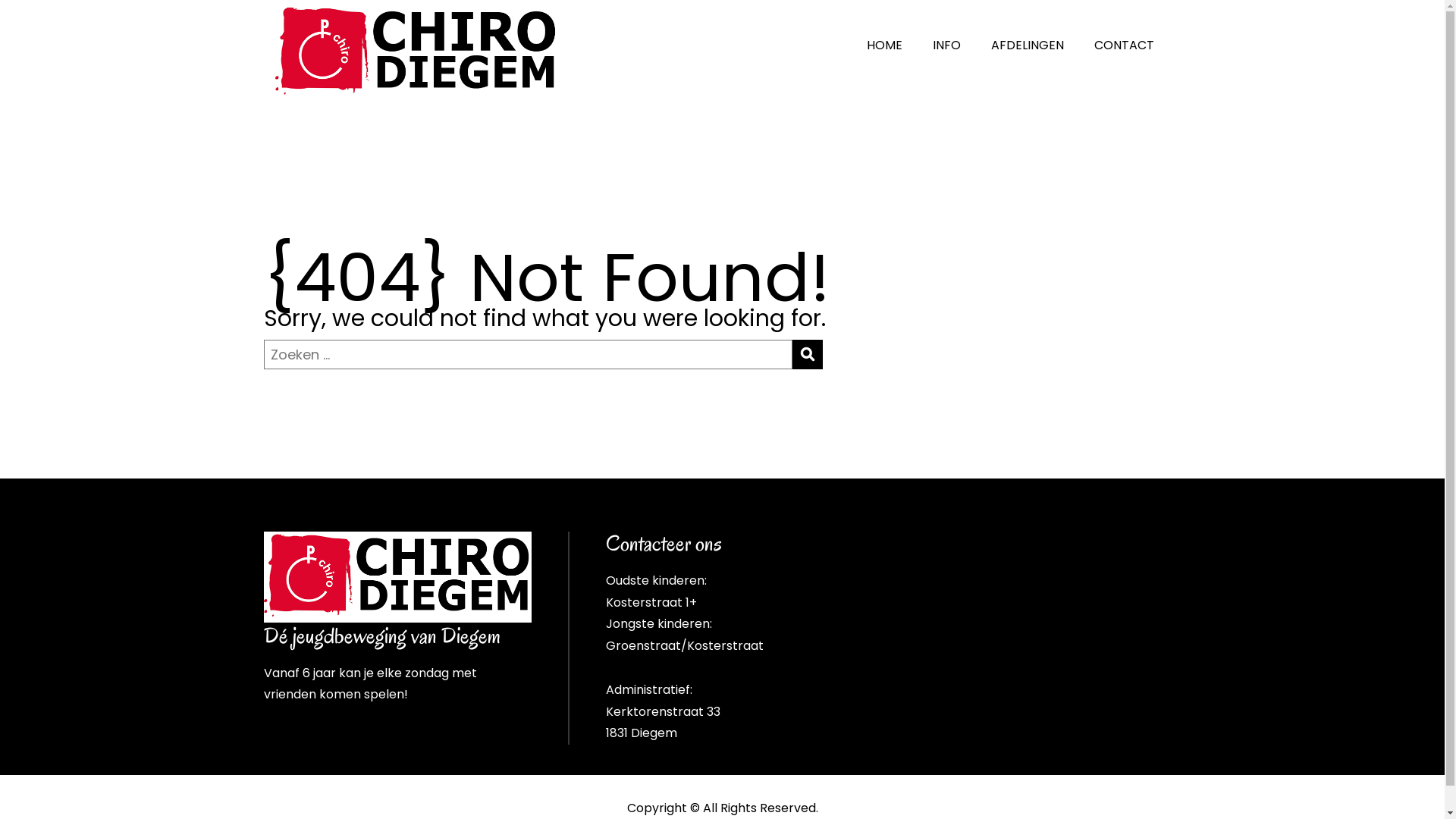  I want to click on 'Chiro Diegem', so click(397, 576).